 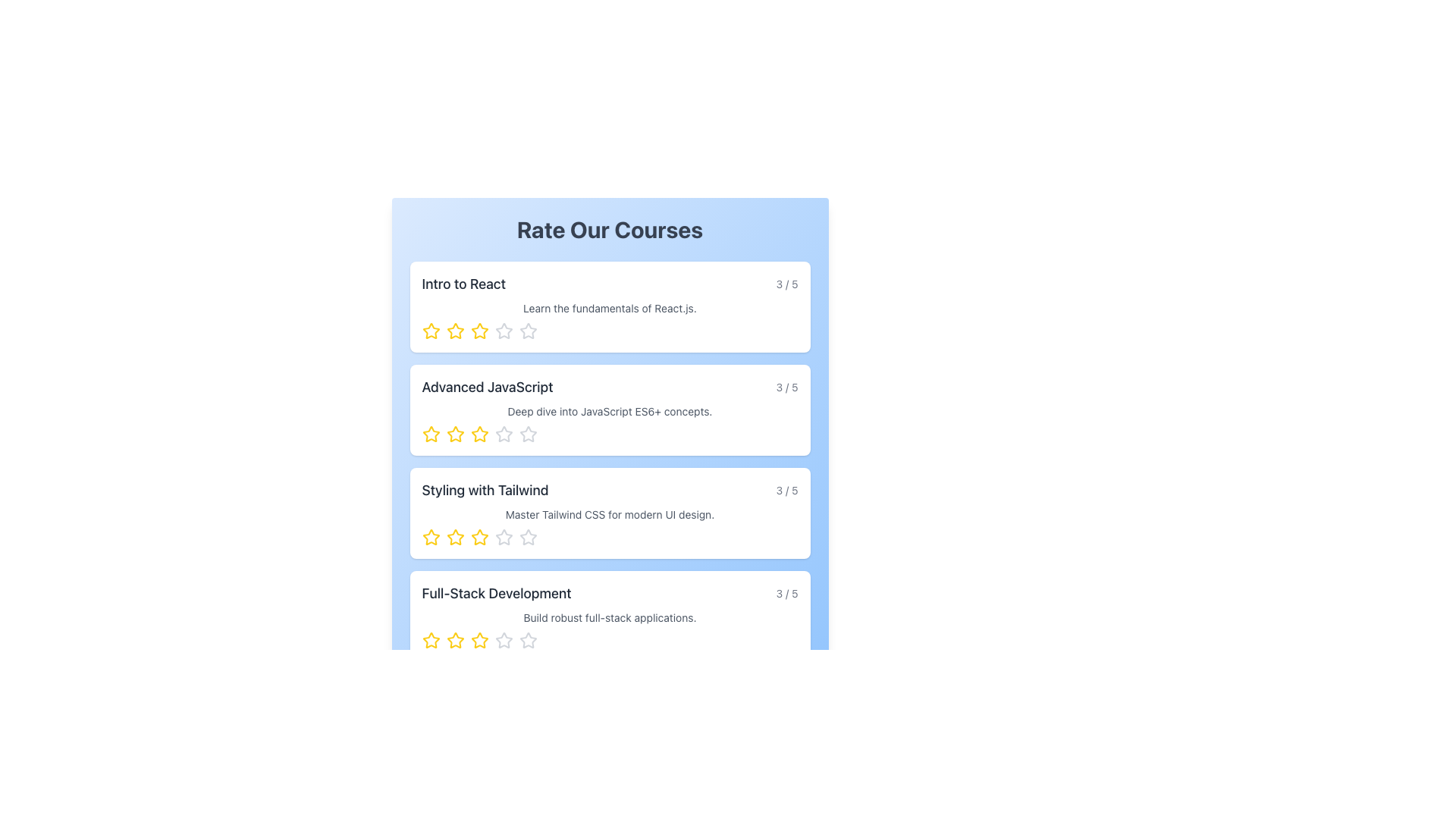 What do you see at coordinates (479, 330) in the screenshot?
I see `the second rating star icon for the 'Intro to React' course, which is part of a row of five stars` at bounding box center [479, 330].